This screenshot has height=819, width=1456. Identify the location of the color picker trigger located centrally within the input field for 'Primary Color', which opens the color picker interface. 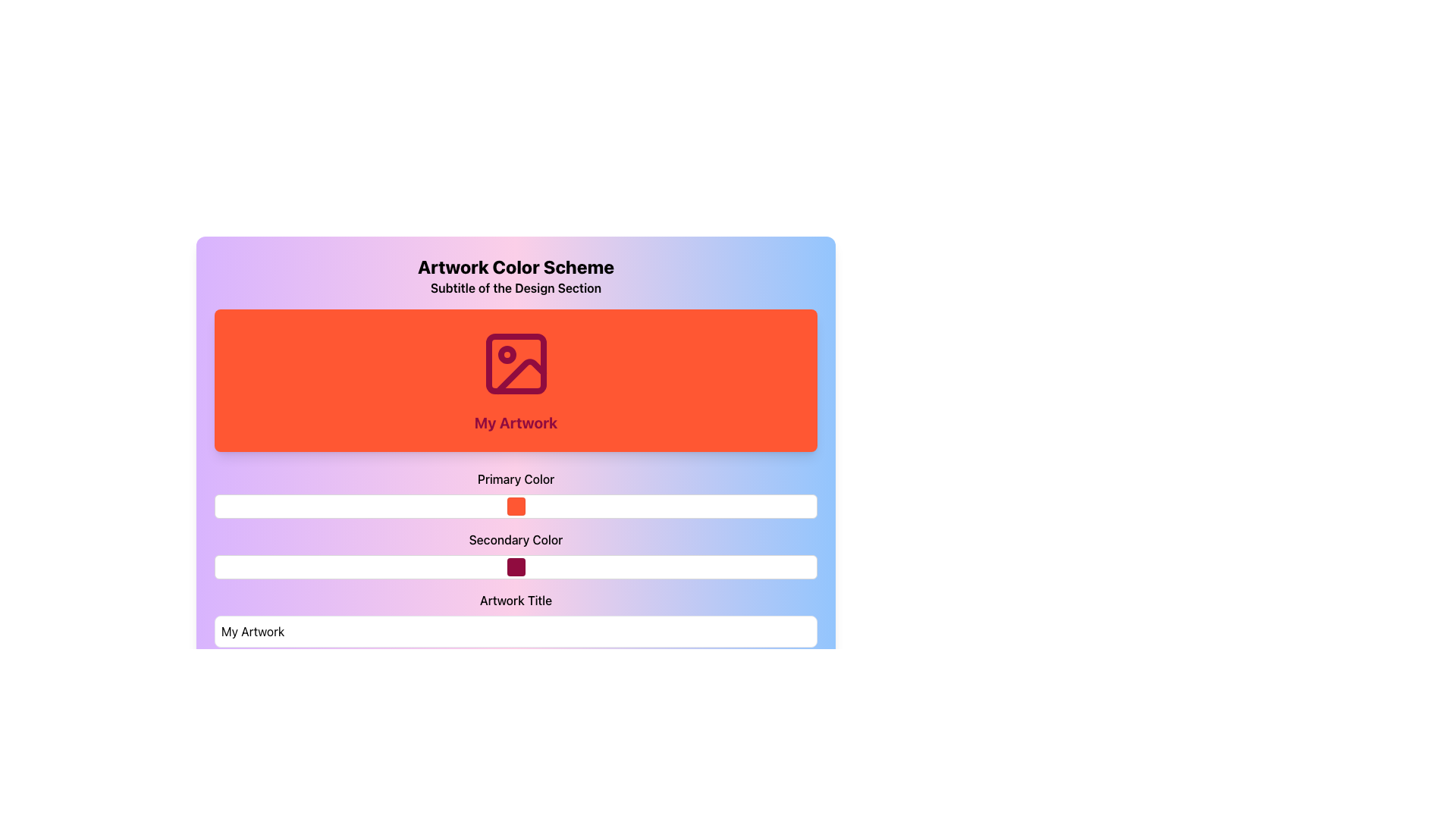
(516, 506).